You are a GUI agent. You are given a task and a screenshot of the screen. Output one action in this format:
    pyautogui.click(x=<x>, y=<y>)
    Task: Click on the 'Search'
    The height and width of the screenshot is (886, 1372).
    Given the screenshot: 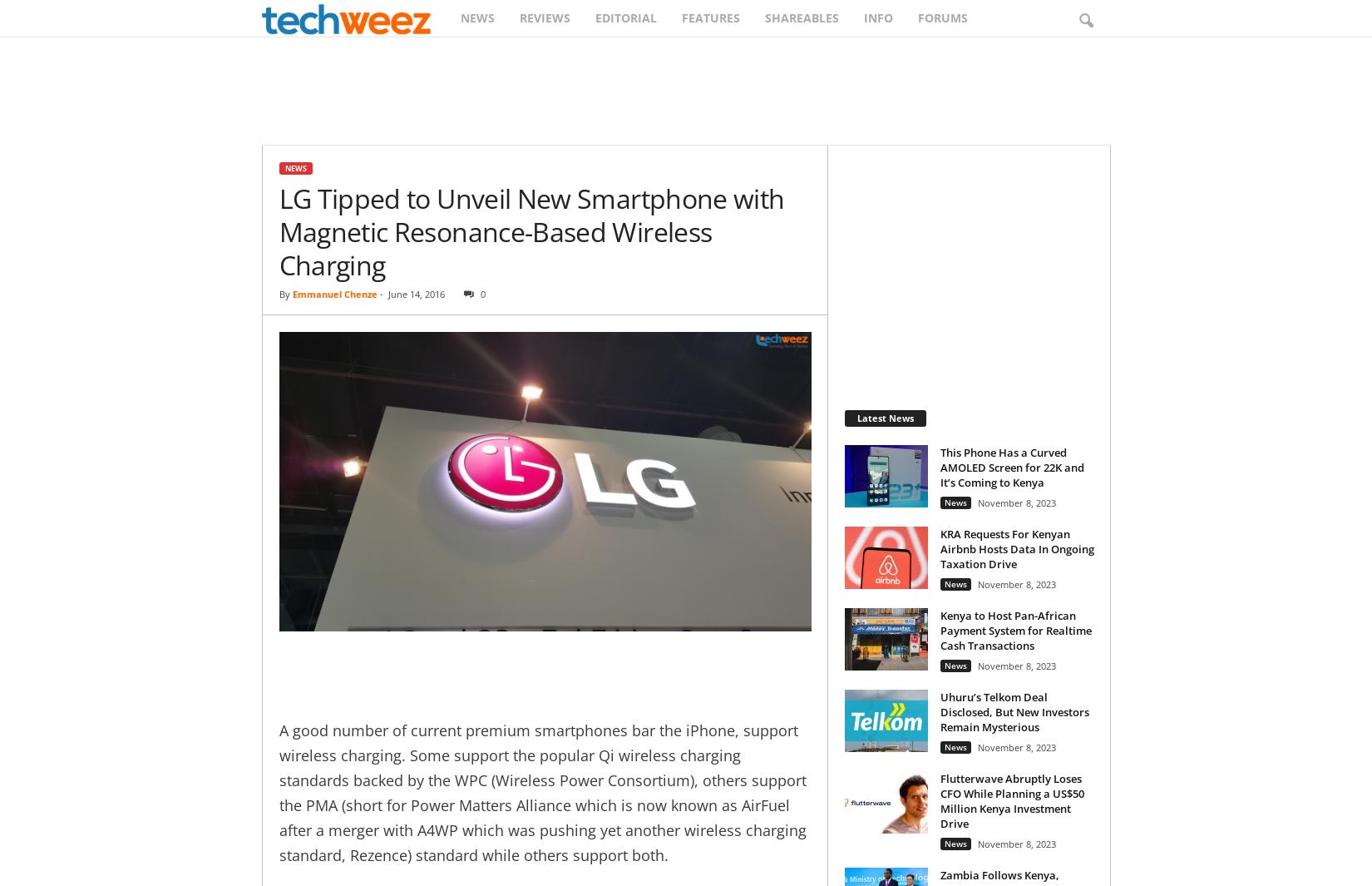 What is the action you would take?
    pyautogui.click(x=684, y=72)
    